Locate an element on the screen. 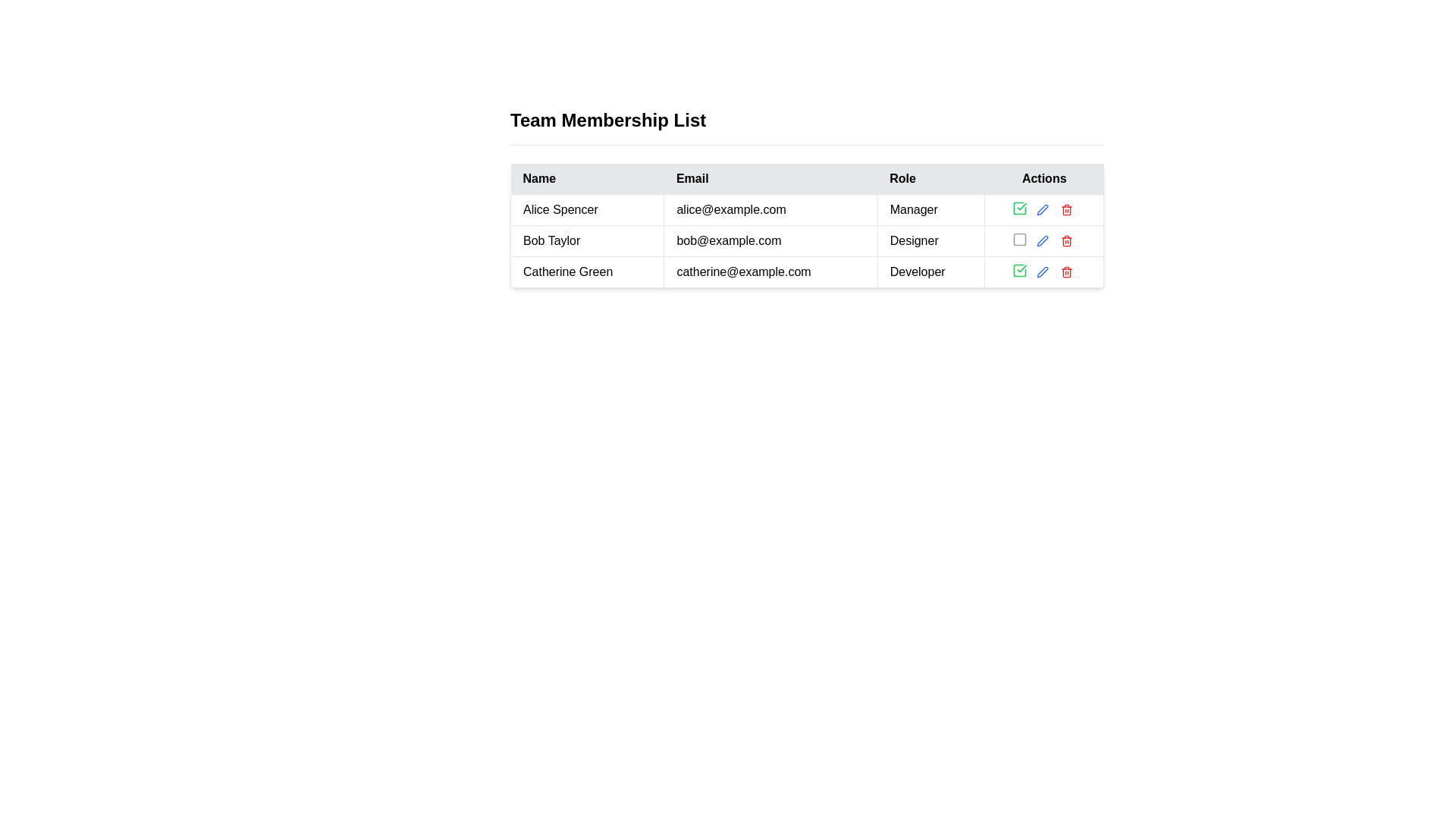 The width and height of the screenshot is (1456, 819). the small blue button with a pen icon located in the 'Actions' column of the last row in the table, which is the second clickable component in the row is located at coordinates (1042, 271).